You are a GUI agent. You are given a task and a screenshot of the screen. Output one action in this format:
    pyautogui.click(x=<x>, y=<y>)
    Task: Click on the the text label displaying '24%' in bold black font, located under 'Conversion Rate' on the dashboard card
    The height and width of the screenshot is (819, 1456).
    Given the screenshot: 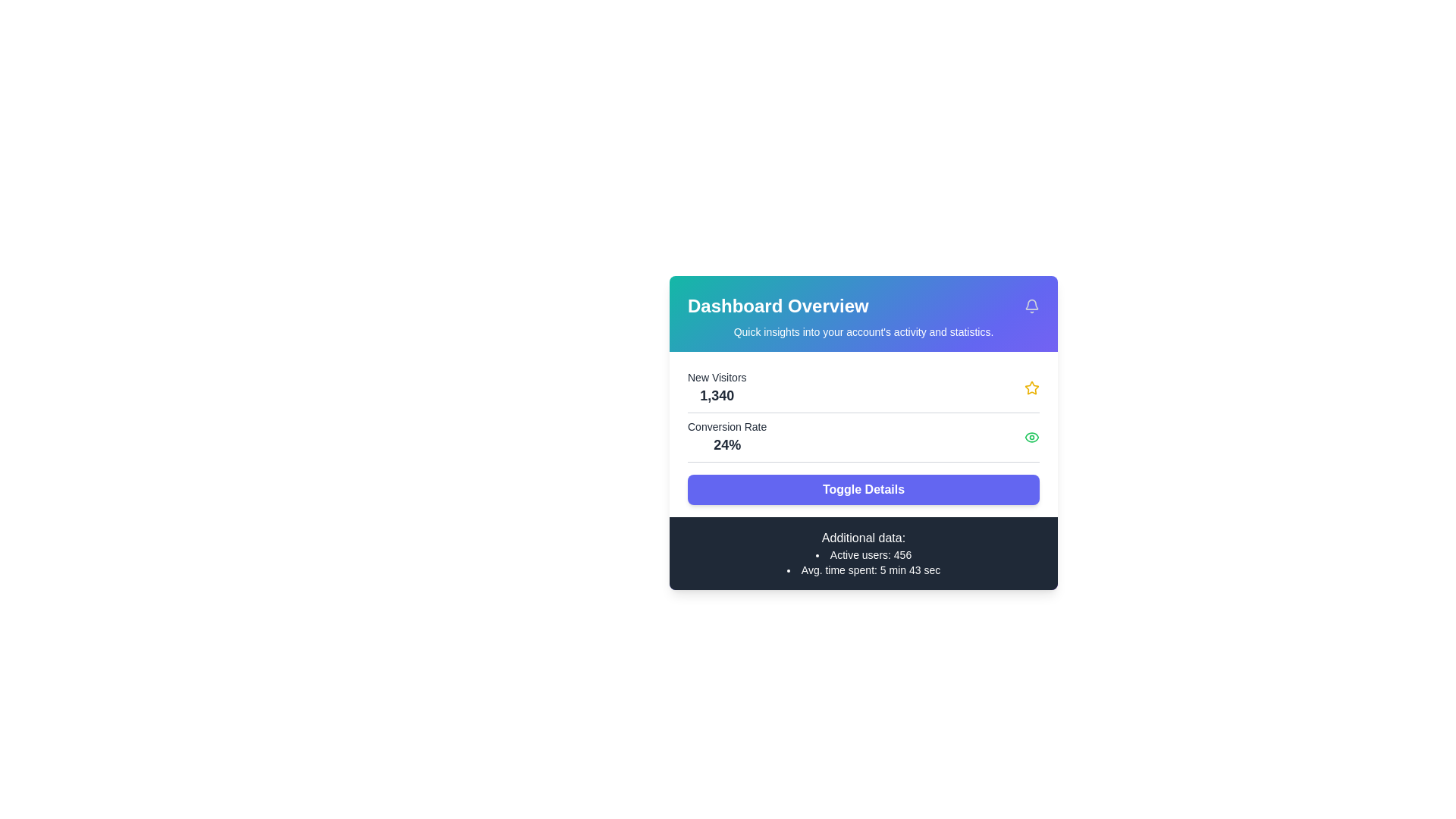 What is the action you would take?
    pyautogui.click(x=726, y=444)
    